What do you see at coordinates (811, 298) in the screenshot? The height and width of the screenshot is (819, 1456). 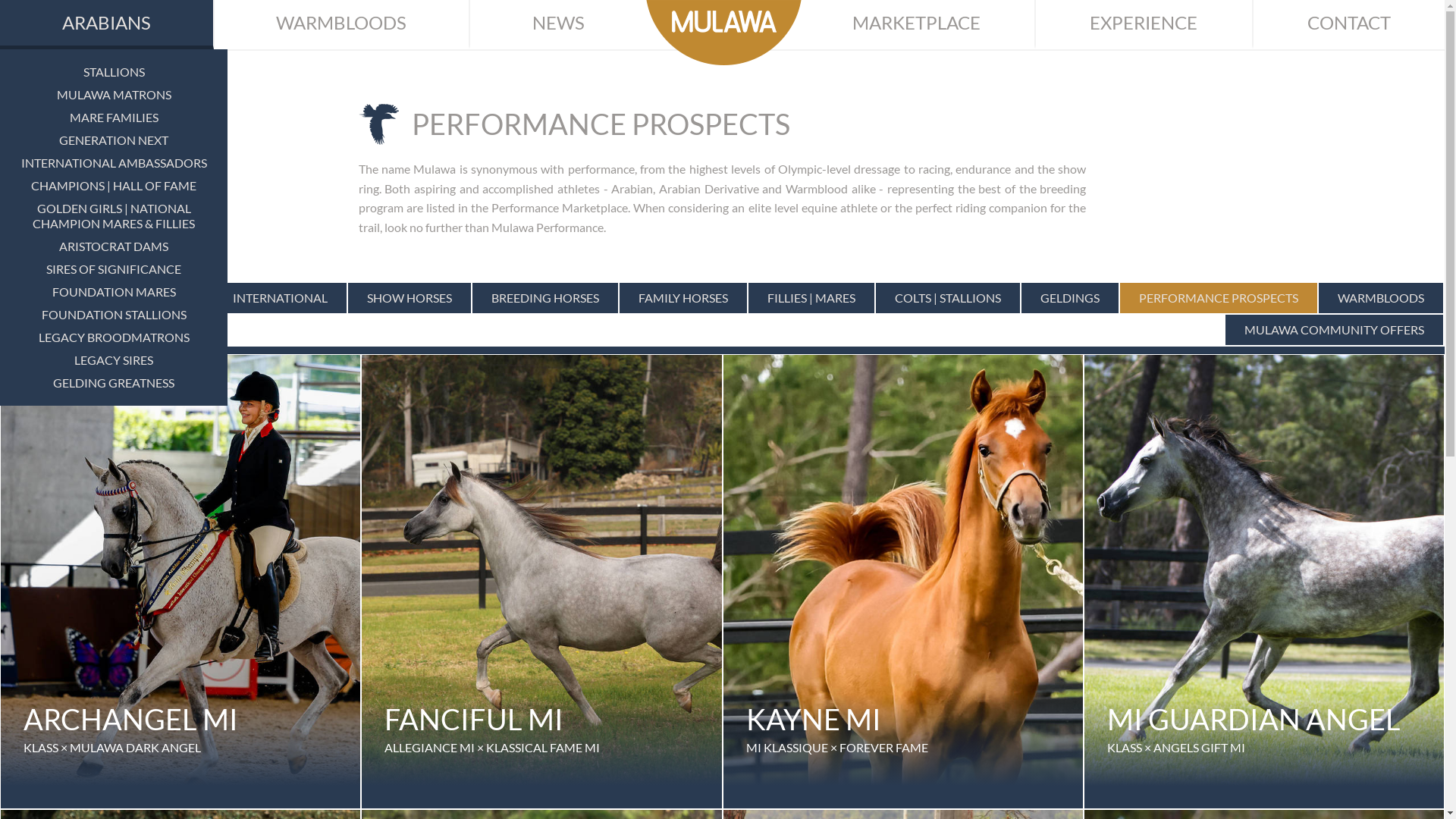 I see `'FILLIES | MARES'` at bounding box center [811, 298].